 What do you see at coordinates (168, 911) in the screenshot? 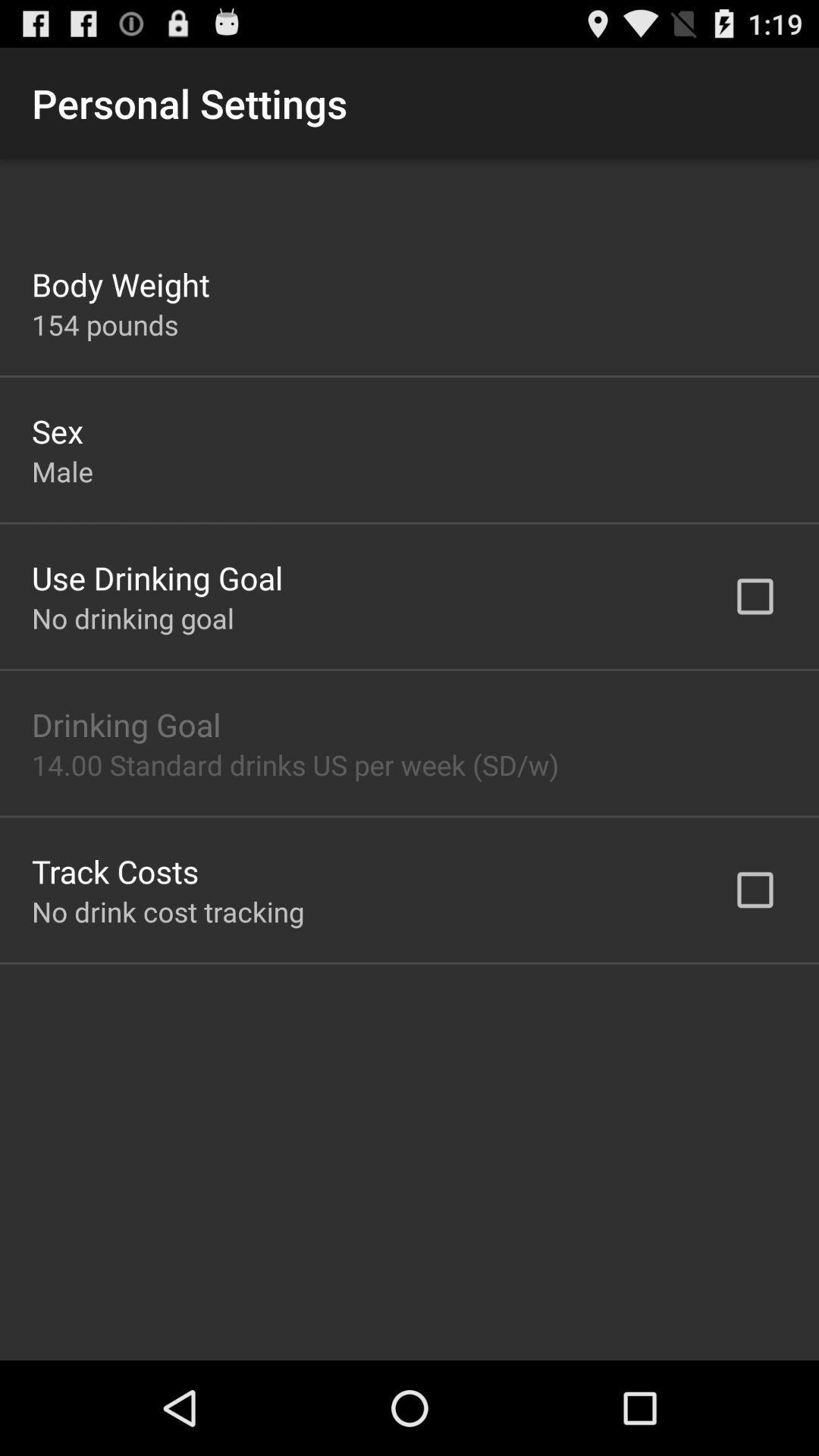
I see `the no drink cost` at bounding box center [168, 911].